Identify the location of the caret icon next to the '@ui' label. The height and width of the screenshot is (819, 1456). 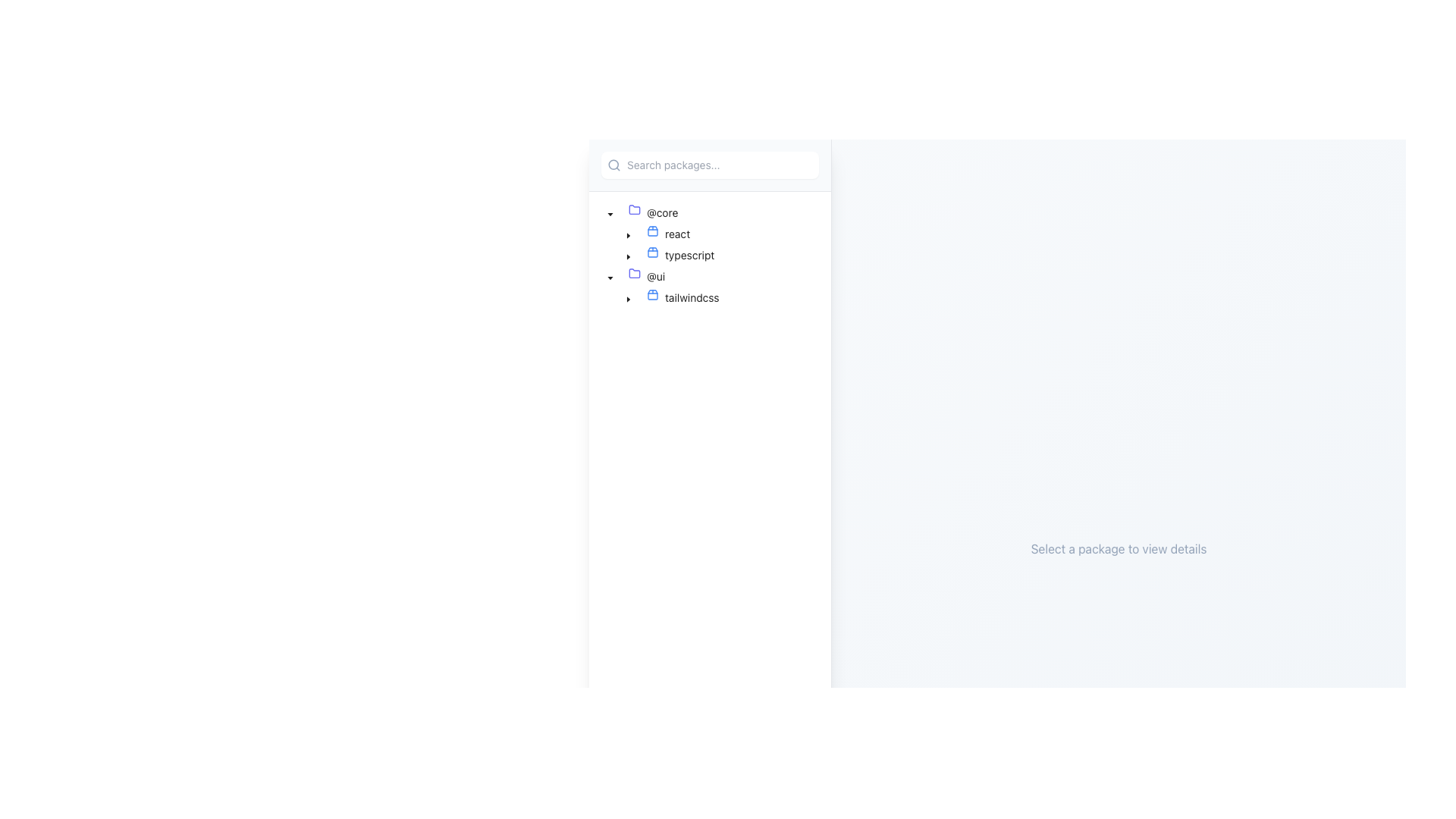
(610, 214).